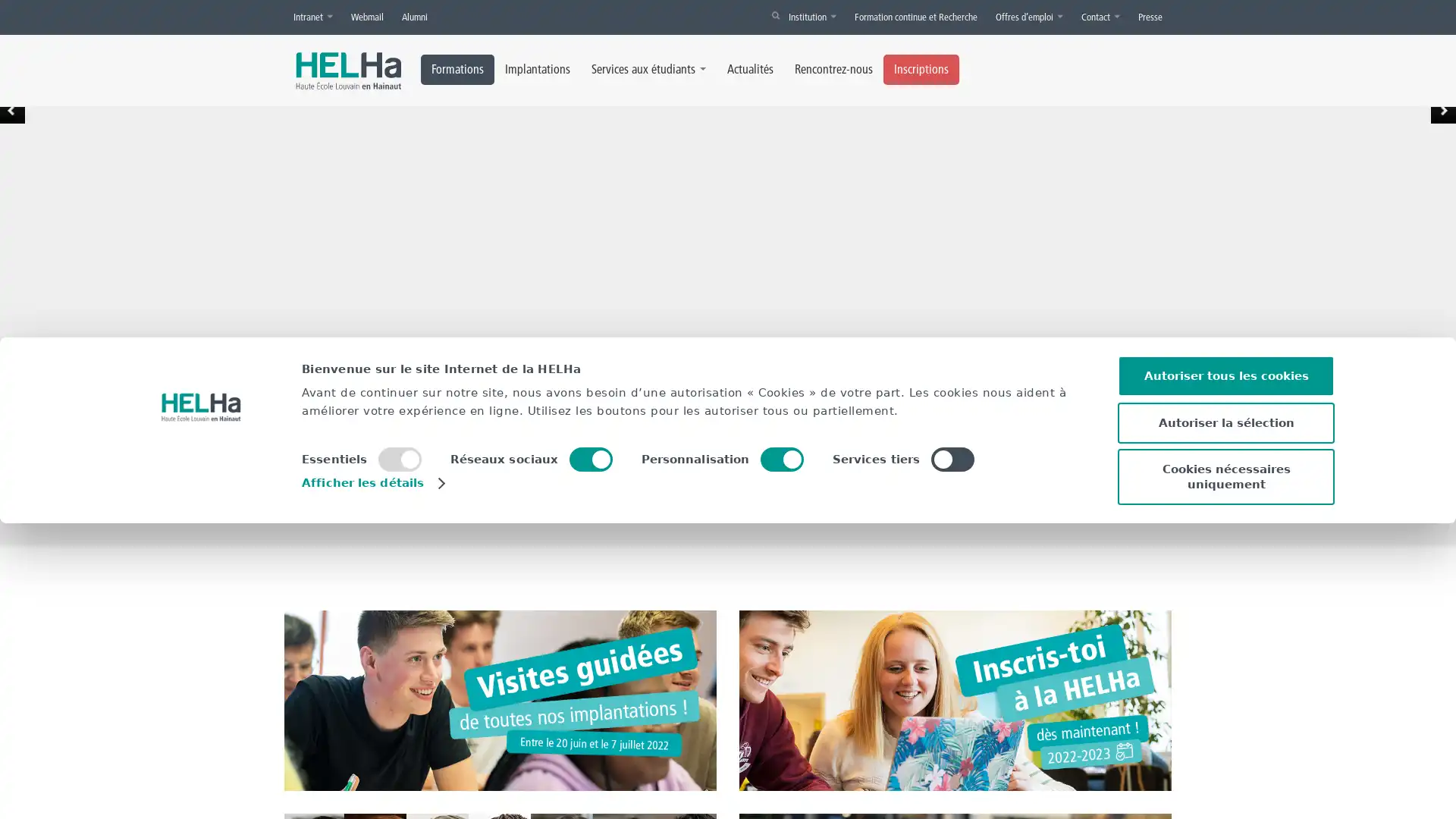 The width and height of the screenshot is (1456, 819). I want to click on Cookies necessaires uniquement, so click(1226, 772).